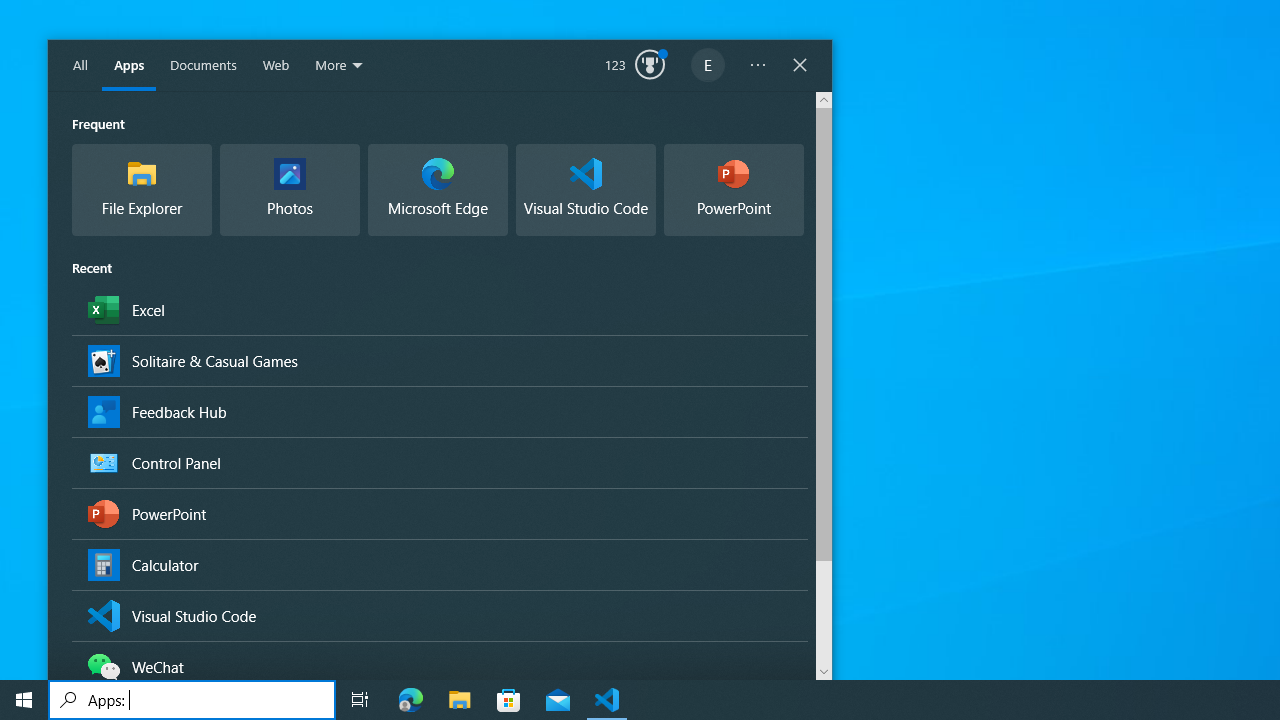 The image size is (1280, 720). I want to click on 'Search box', so click(192, 698).